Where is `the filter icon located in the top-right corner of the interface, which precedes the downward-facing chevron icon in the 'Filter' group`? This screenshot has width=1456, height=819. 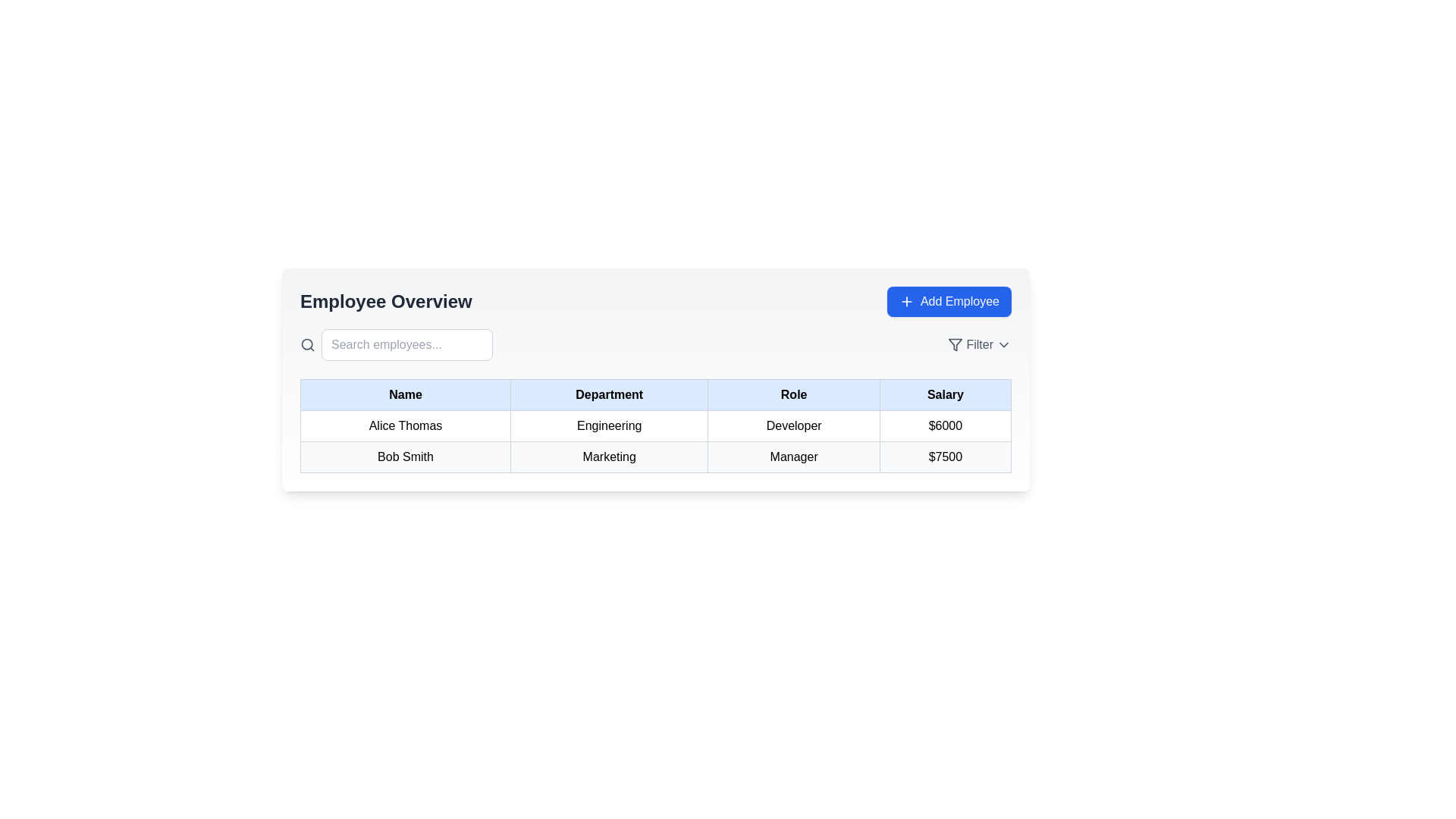
the filter icon located in the top-right corner of the interface, which precedes the downward-facing chevron icon in the 'Filter' group is located at coordinates (955, 345).